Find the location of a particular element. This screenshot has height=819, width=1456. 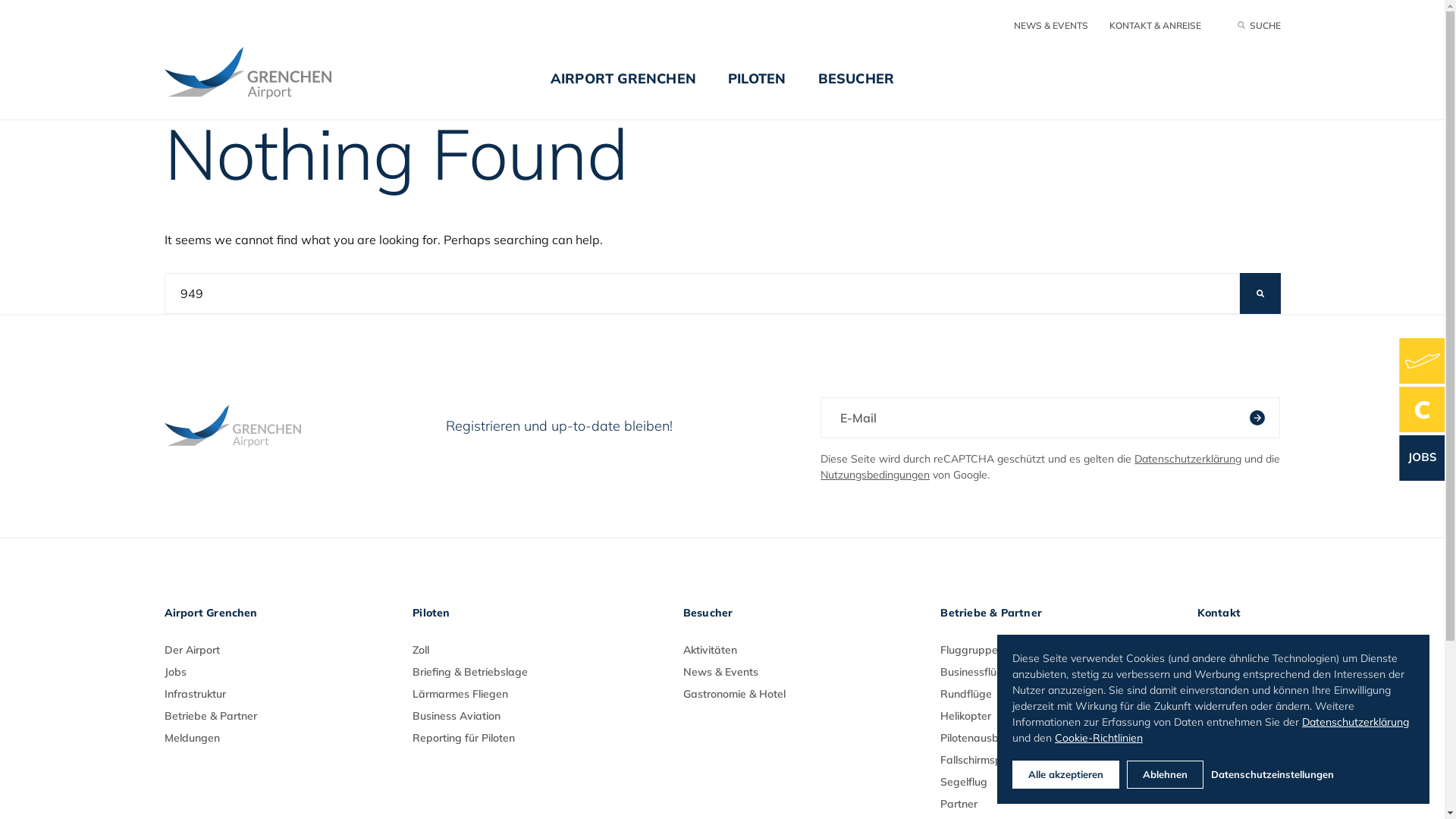

'NEWS & EVENTS' is located at coordinates (1050, 25).